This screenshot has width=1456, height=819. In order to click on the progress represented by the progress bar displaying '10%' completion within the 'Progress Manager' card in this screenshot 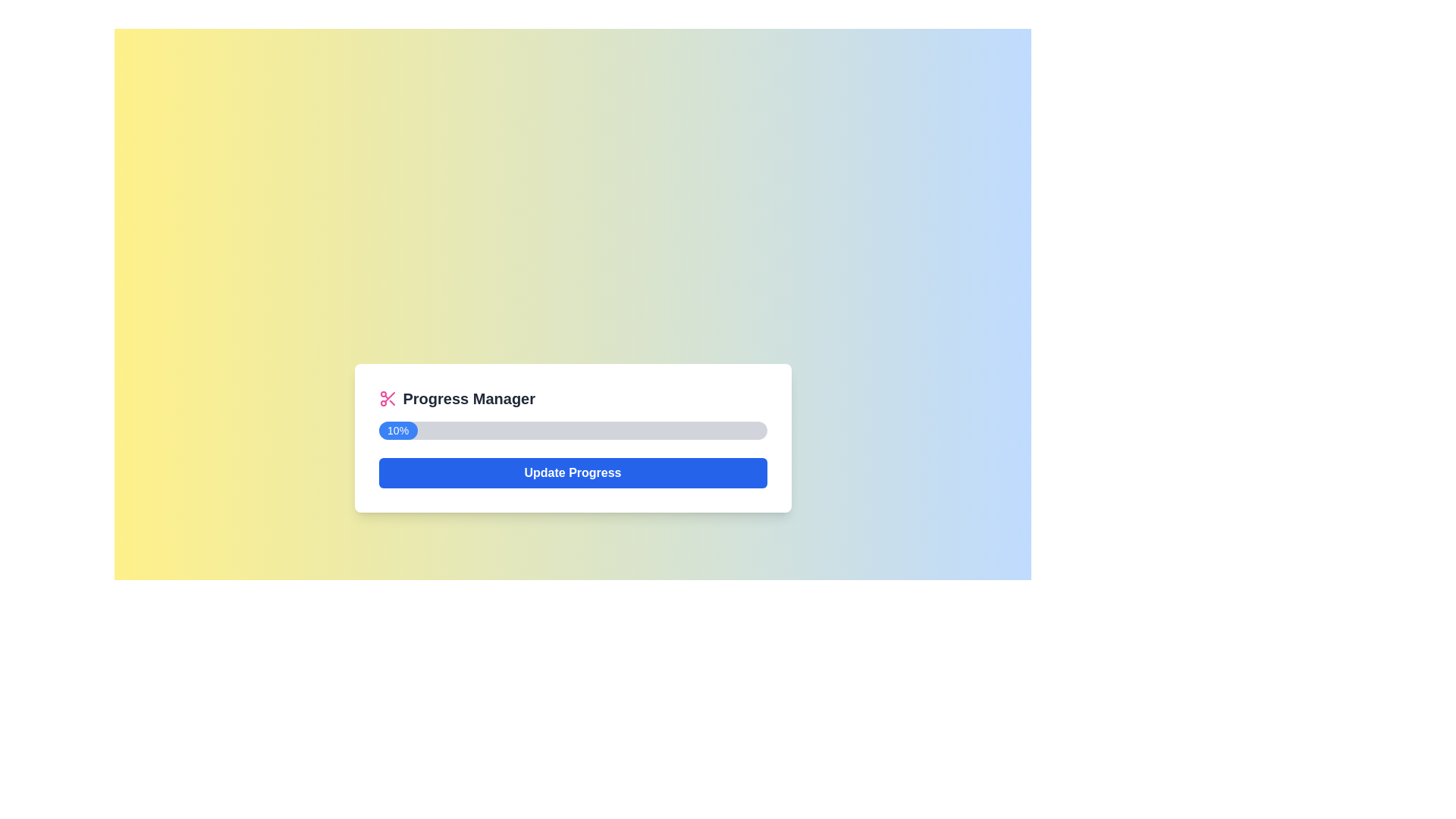, I will do `click(572, 430)`.